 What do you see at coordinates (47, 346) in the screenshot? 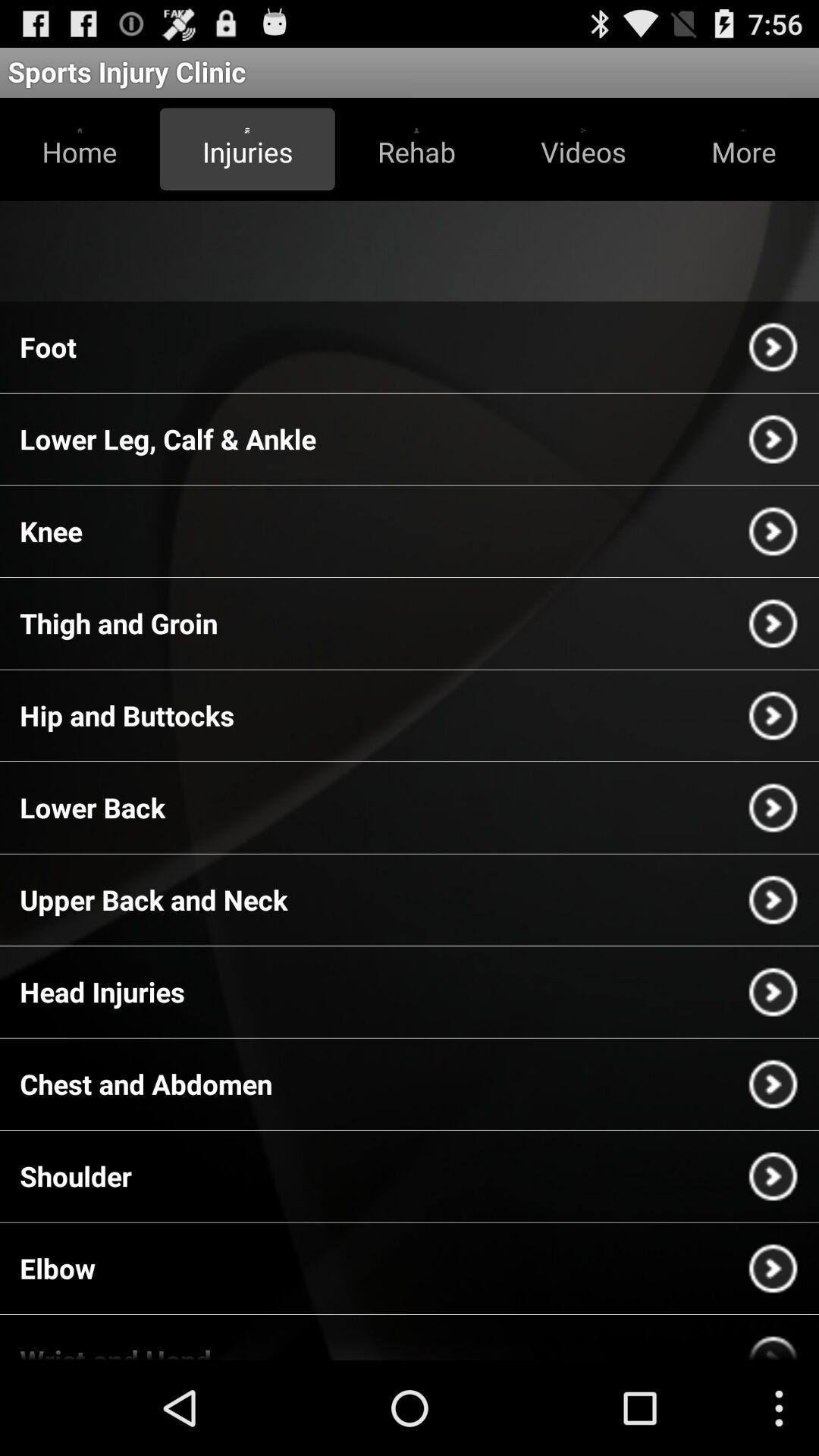
I see `the foot item` at bounding box center [47, 346].